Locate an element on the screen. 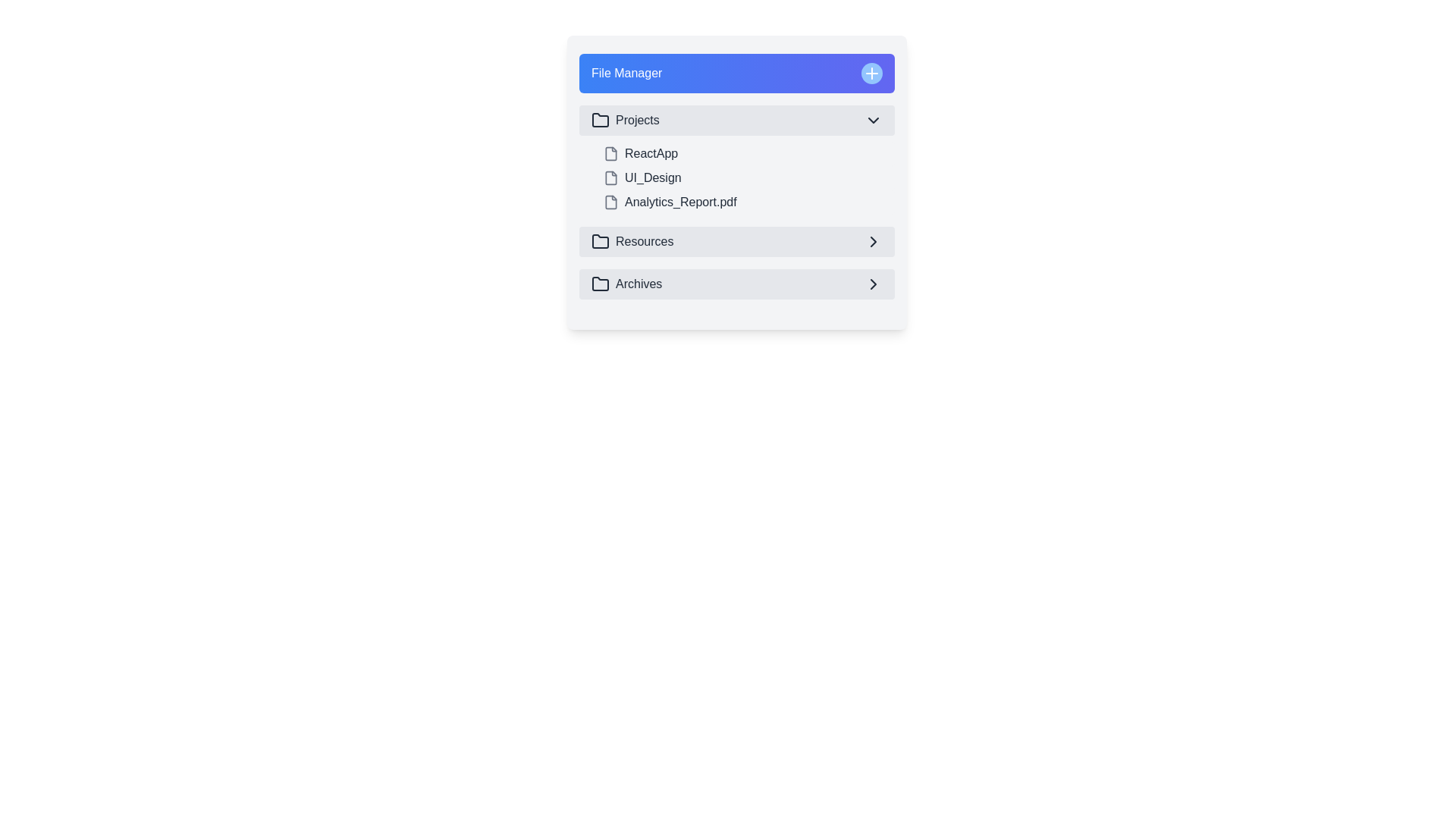  the 'Projects' text label in the file manager is located at coordinates (637, 119).